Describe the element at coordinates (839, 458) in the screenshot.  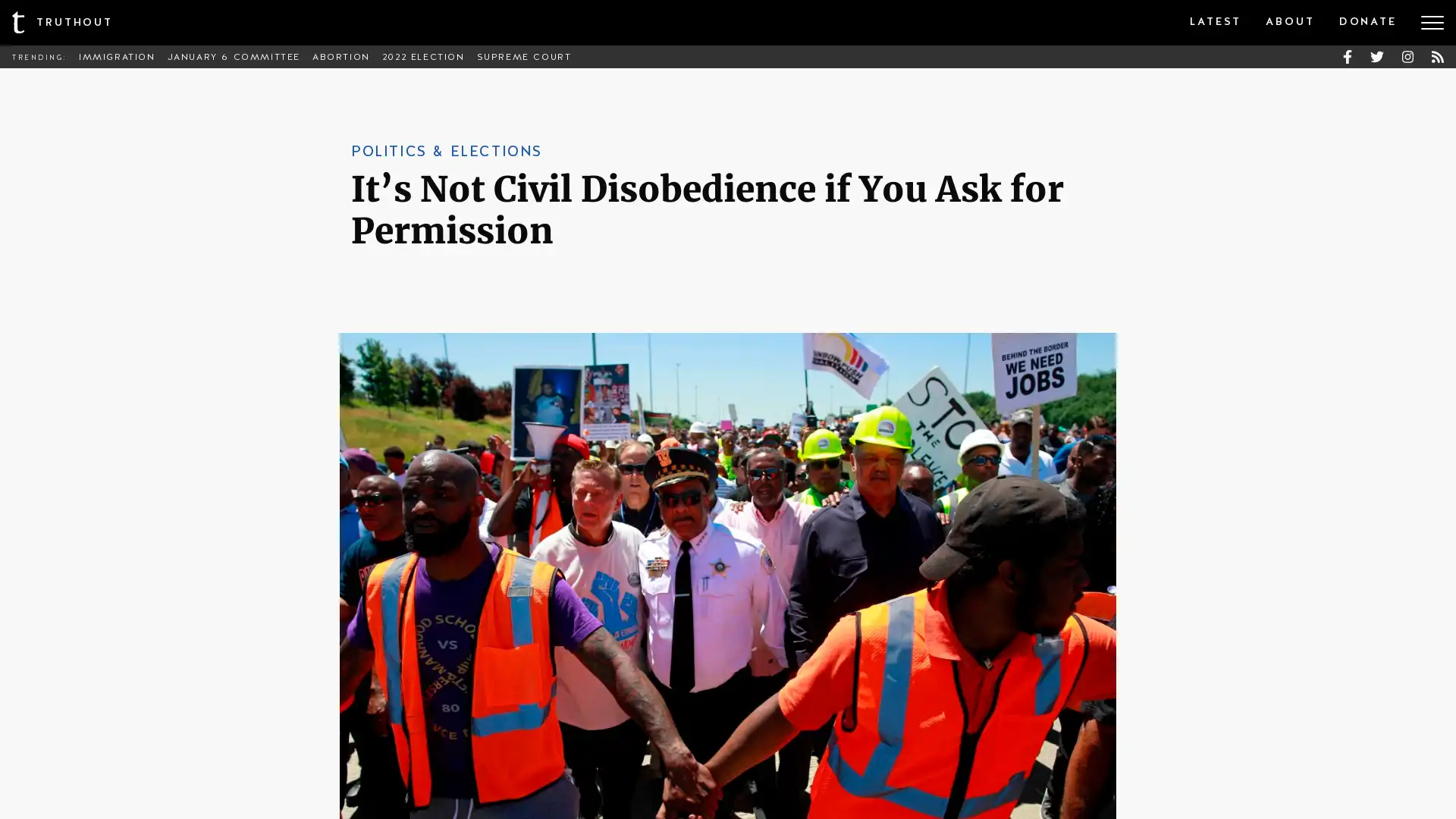
I see `Subscribe` at that location.